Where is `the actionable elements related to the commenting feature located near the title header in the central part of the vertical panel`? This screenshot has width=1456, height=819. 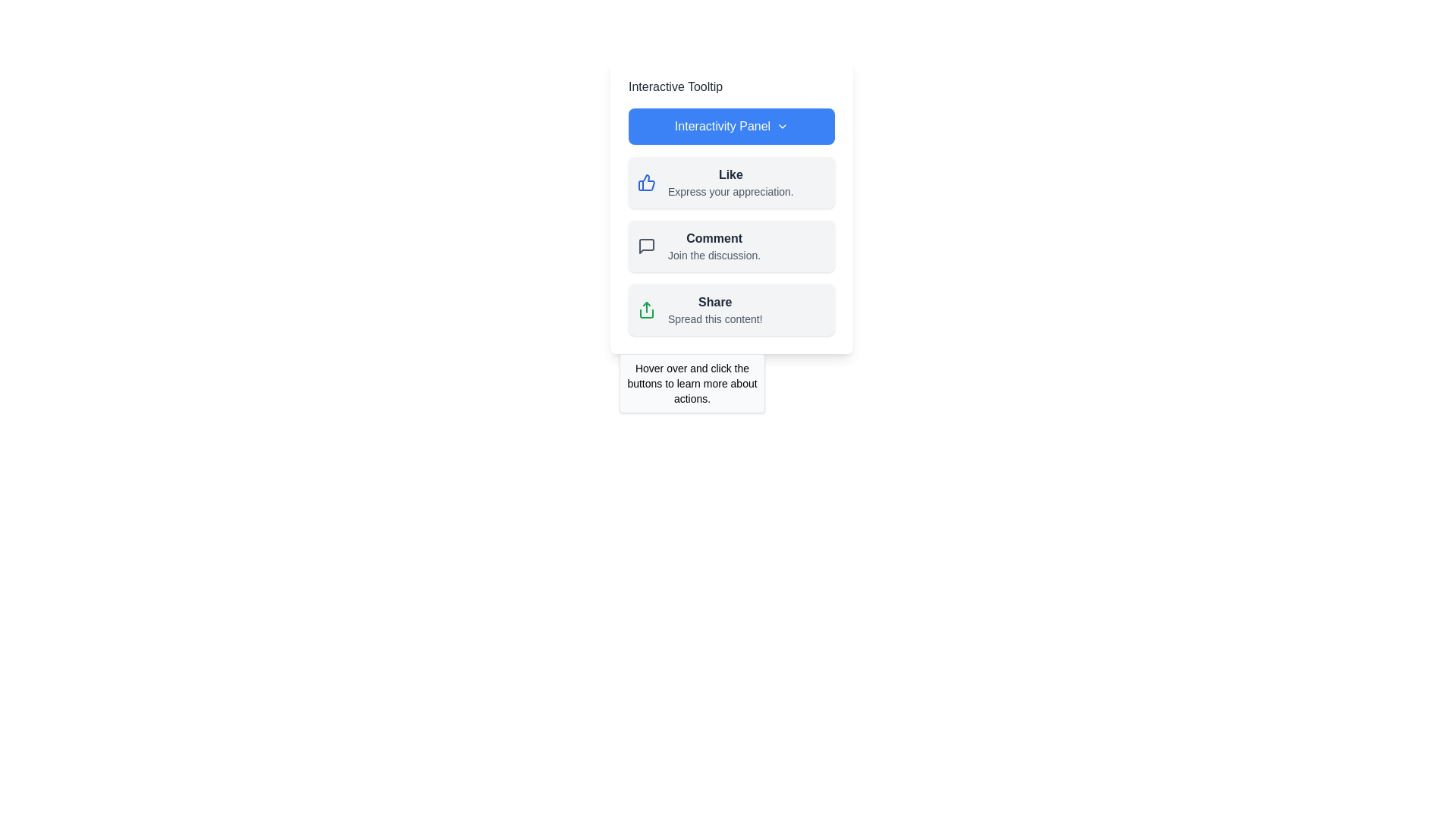
the actionable elements related to the commenting feature located near the title header in the central part of the vertical panel is located at coordinates (713, 239).